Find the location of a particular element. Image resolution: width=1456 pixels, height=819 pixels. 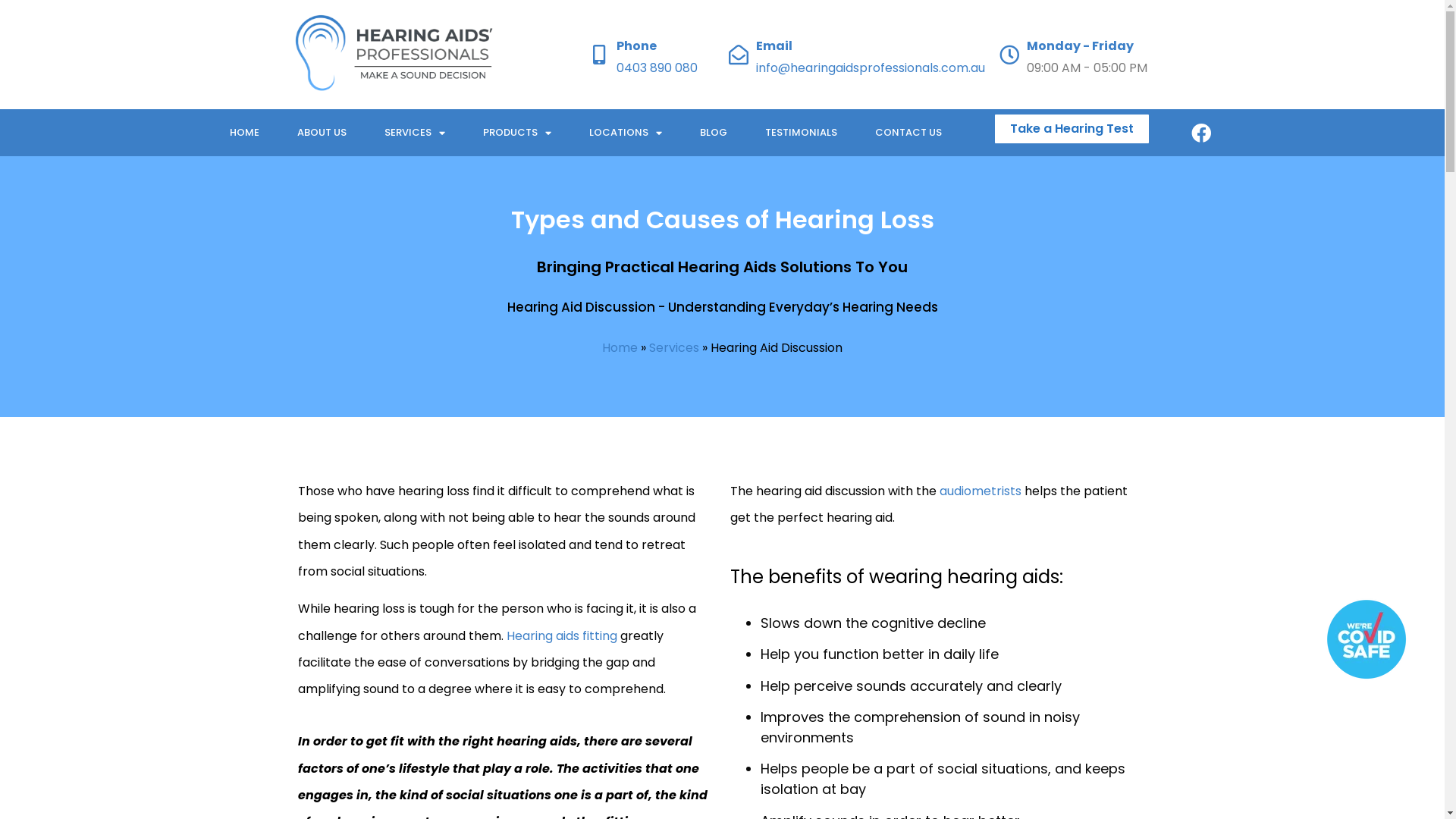

'info@hearingaidsprofessionals.com.au' is located at coordinates (870, 67).